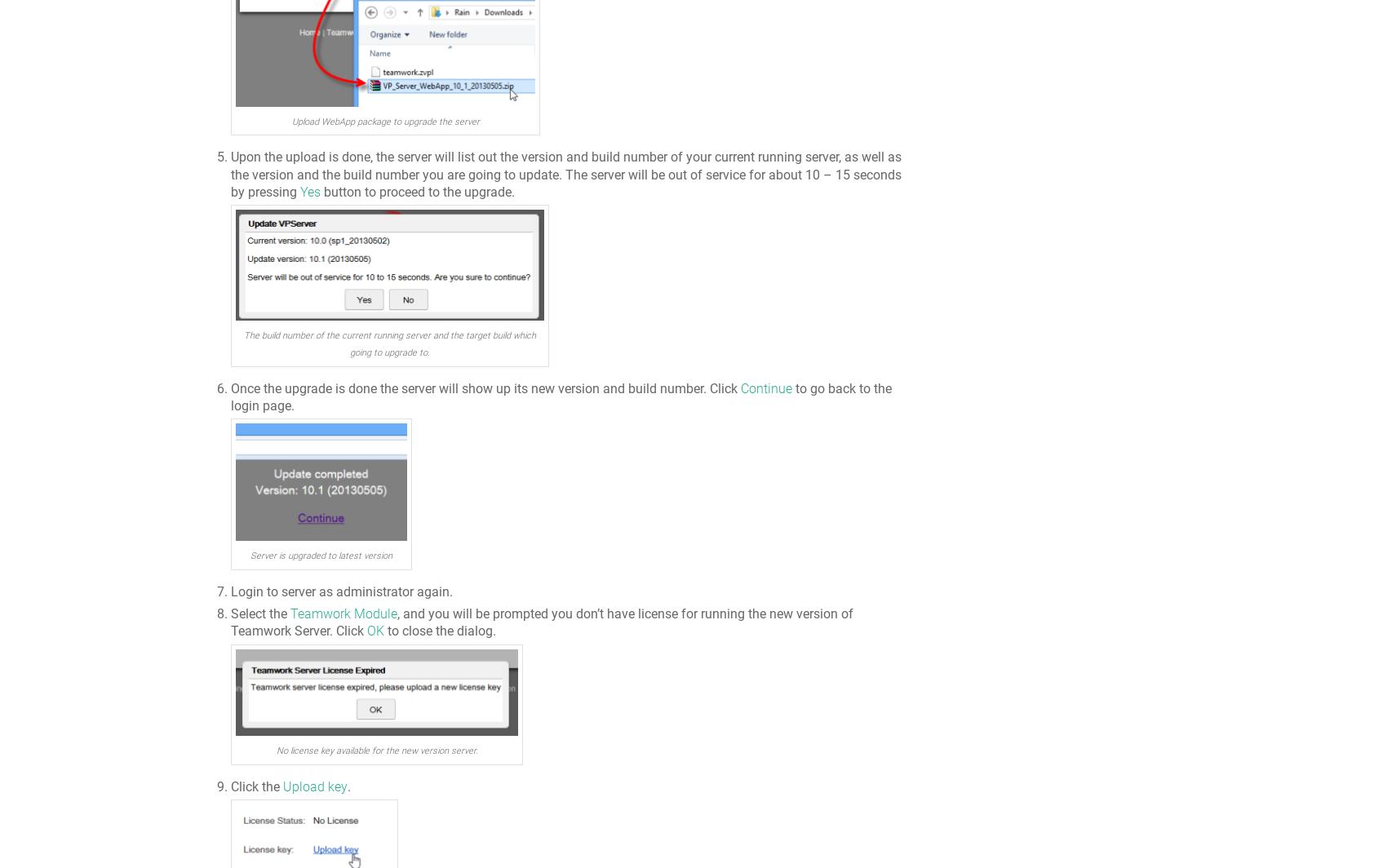 This screenshot has height=868, width=1374. Describe the element at coordinates (347, 786) in the screenshot. I see `'.'` at that location.